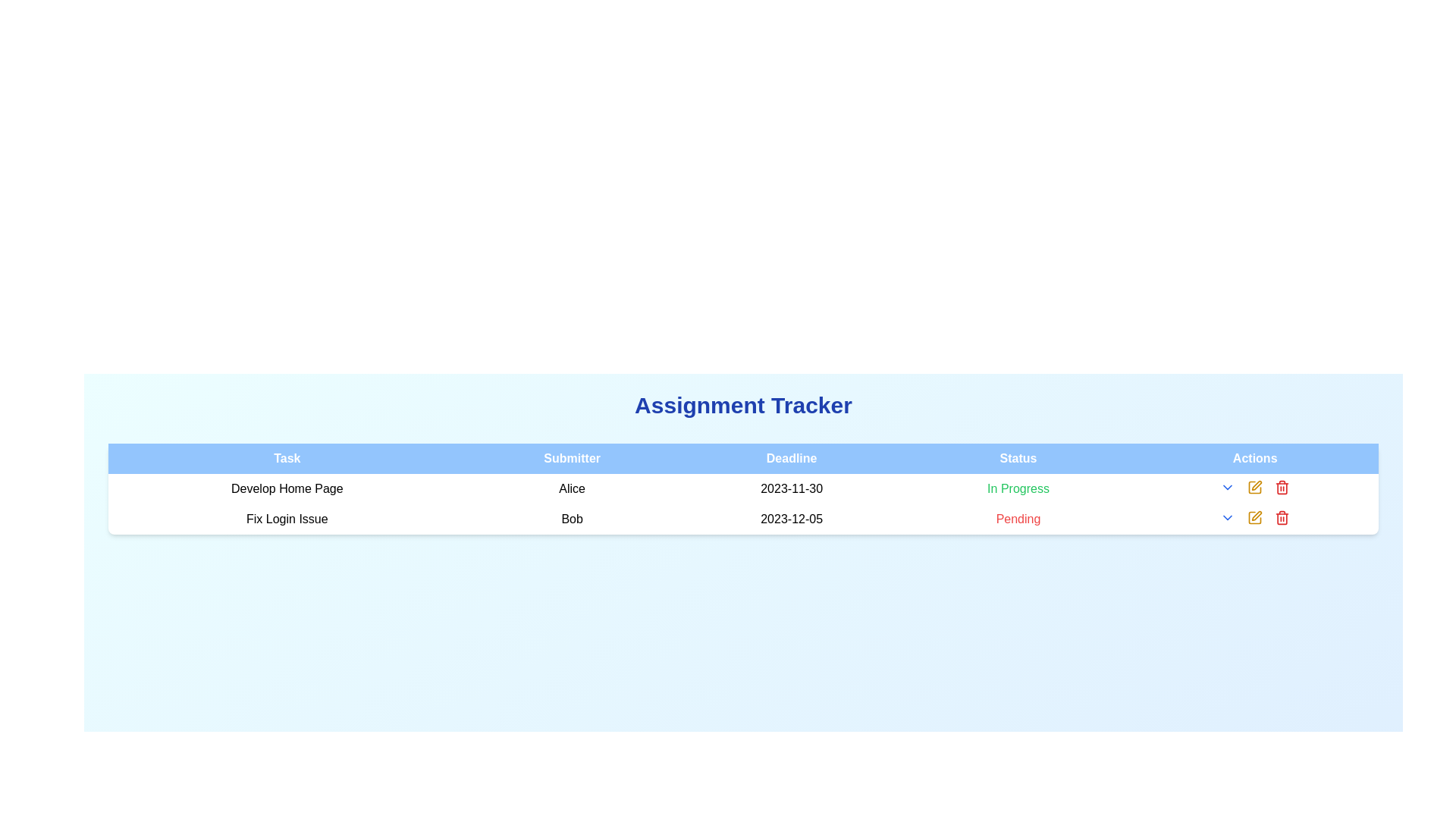 The width and height of the screenshot is (1456, 819). I want to click on the trash can icon in the Actions column of the second row, so click(1282, 488).